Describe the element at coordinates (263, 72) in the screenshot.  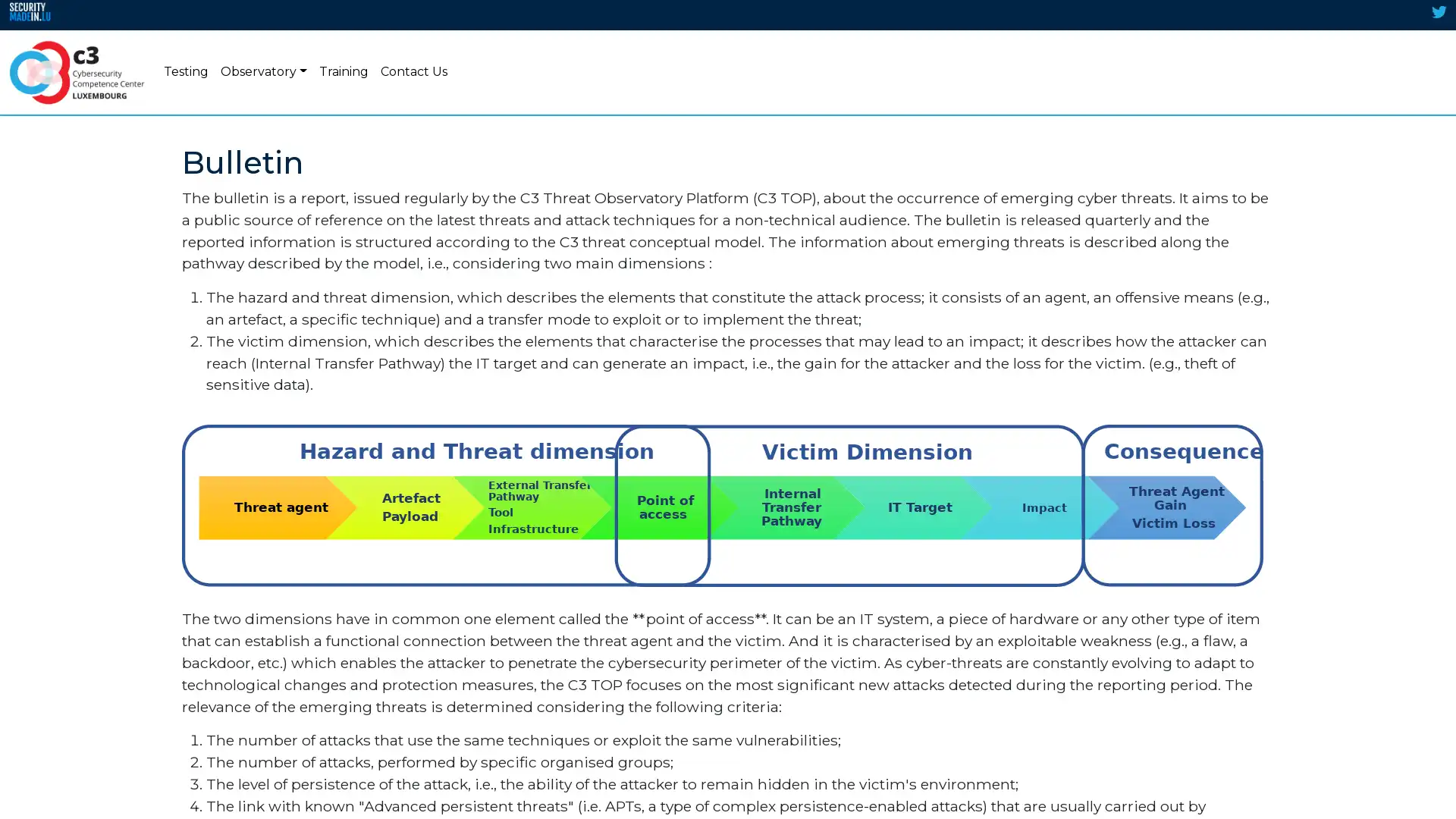
I see `Observatory` at that location.